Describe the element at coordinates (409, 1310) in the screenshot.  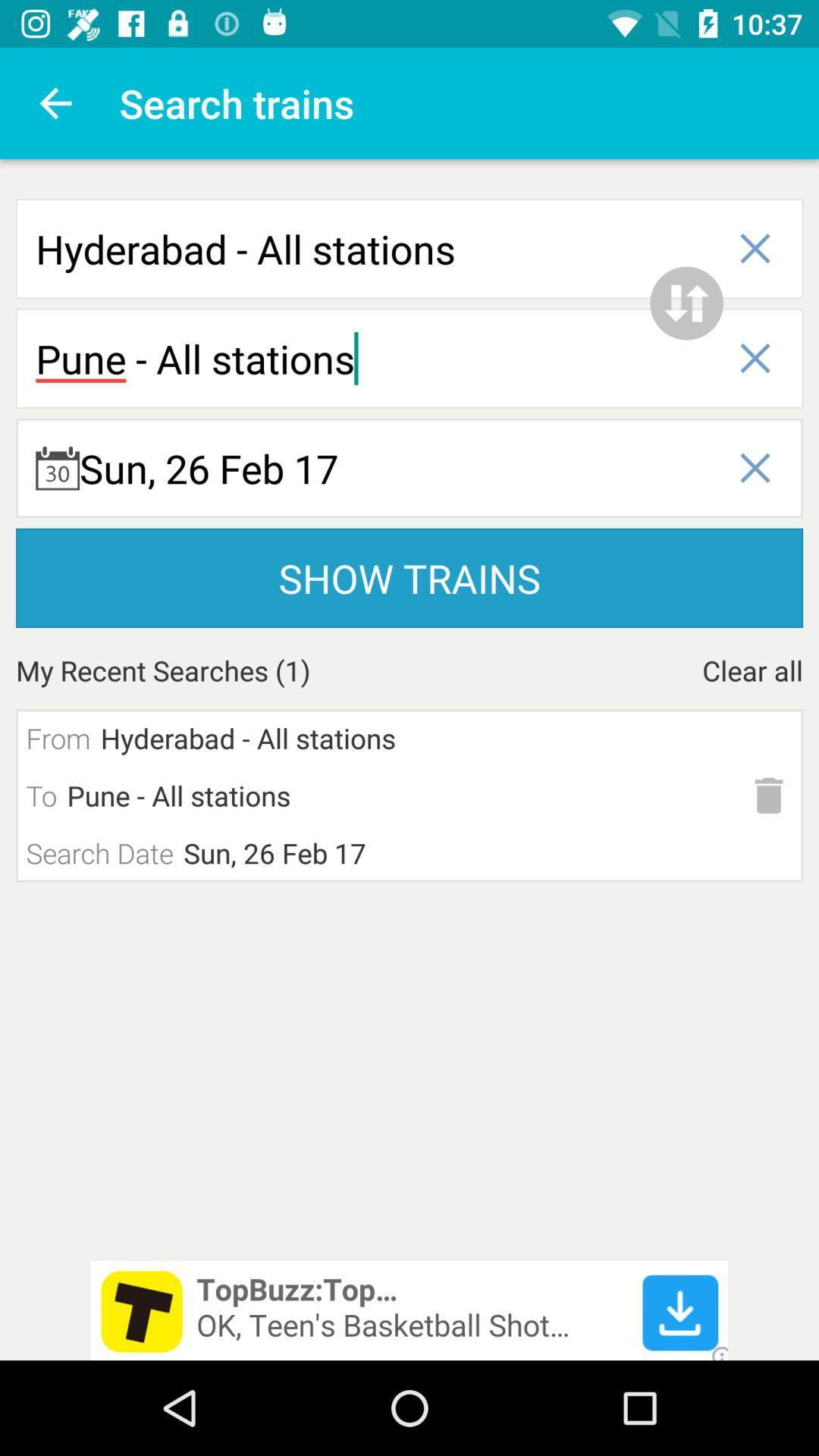
I see `advertisement banner` at that location.